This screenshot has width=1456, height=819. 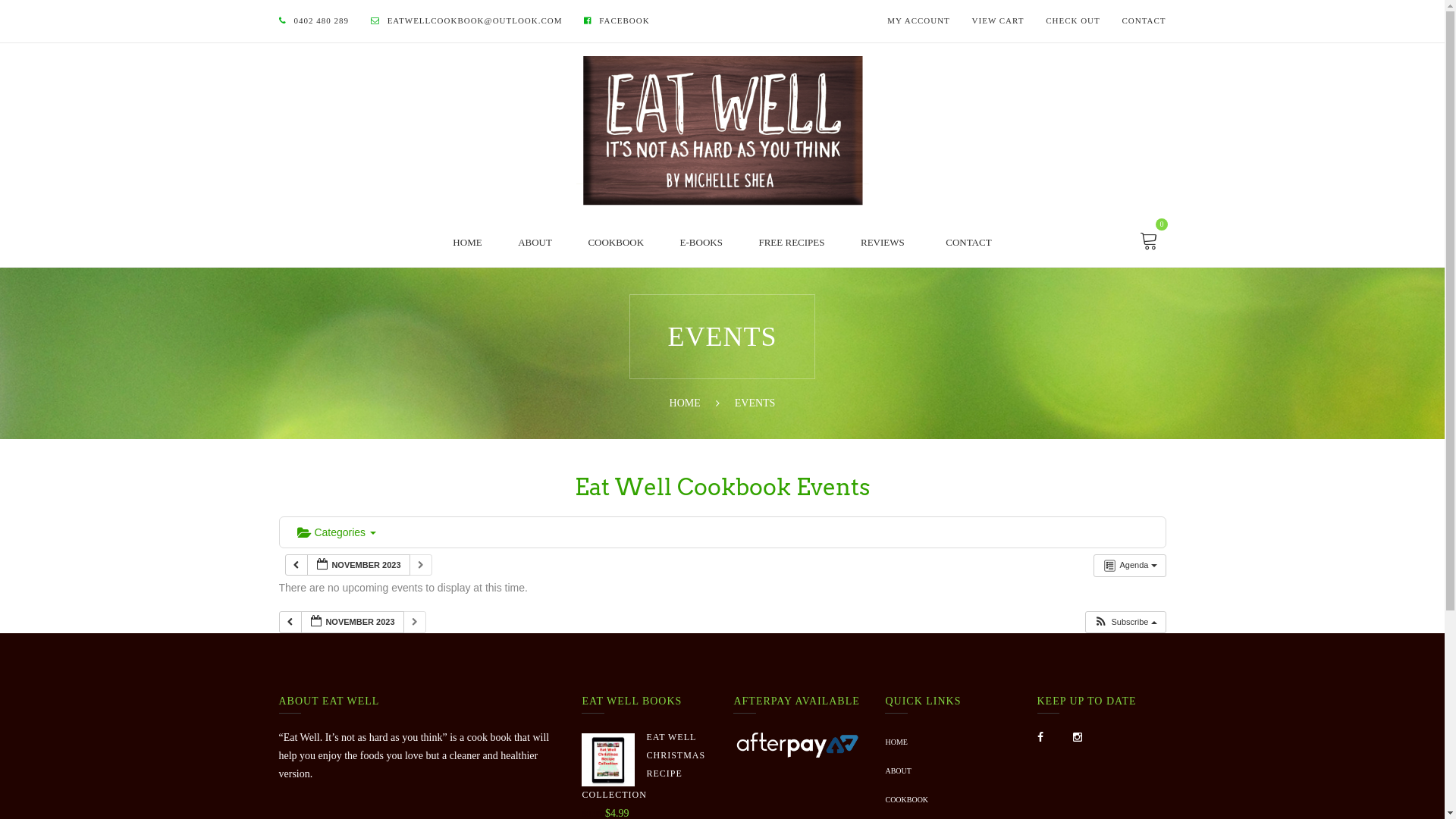 What do you see at coordinates (918, 20) in the screenshot?
I see `'MY ACCOUNT'` at bounding box center [918, 20].